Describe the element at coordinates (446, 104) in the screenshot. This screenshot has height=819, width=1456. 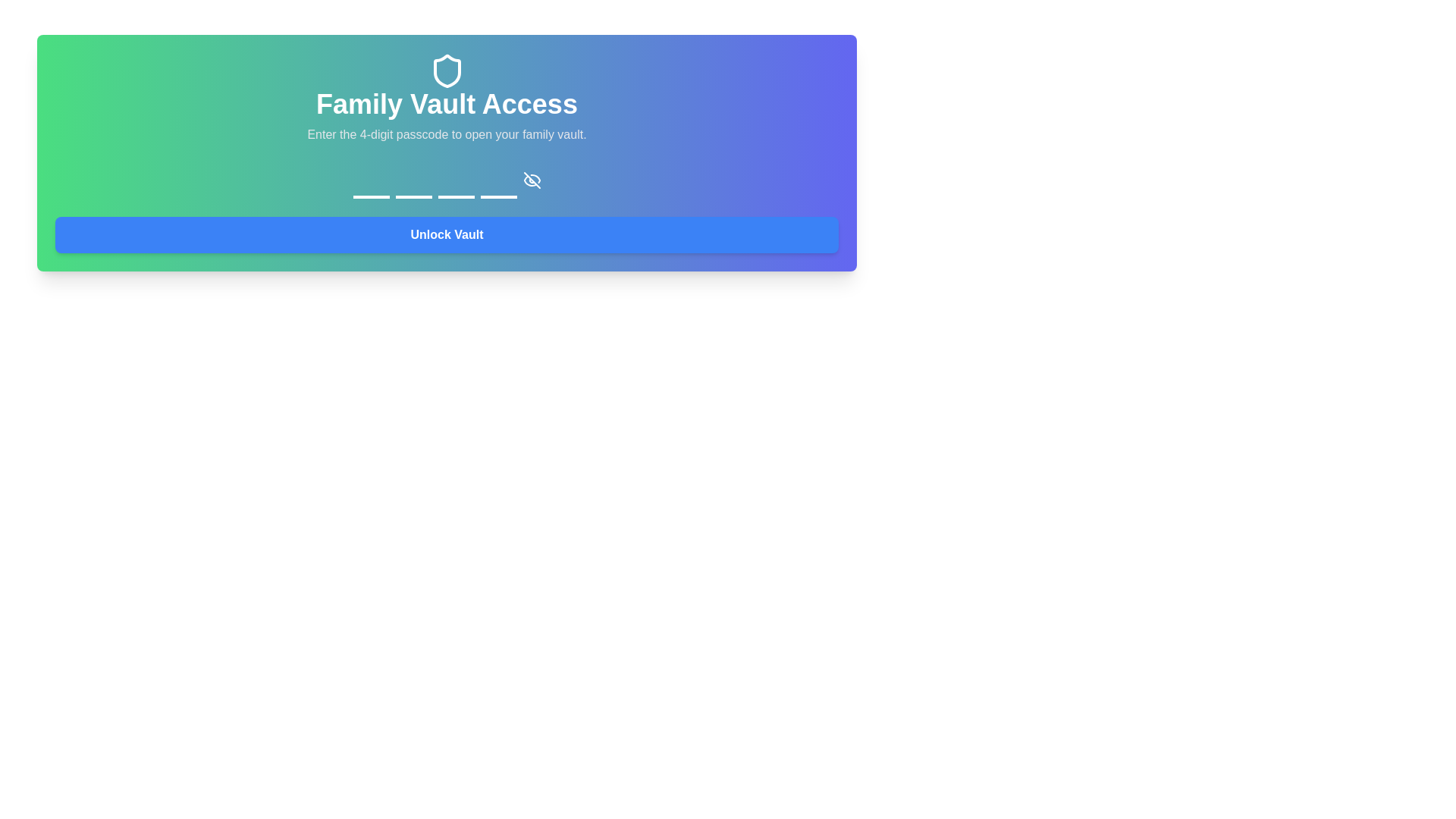
I see `the text header displaying 'Family Vault Access' which is styled in bold white font and is centered within a gradient background transitioning from green to blue` at that location.